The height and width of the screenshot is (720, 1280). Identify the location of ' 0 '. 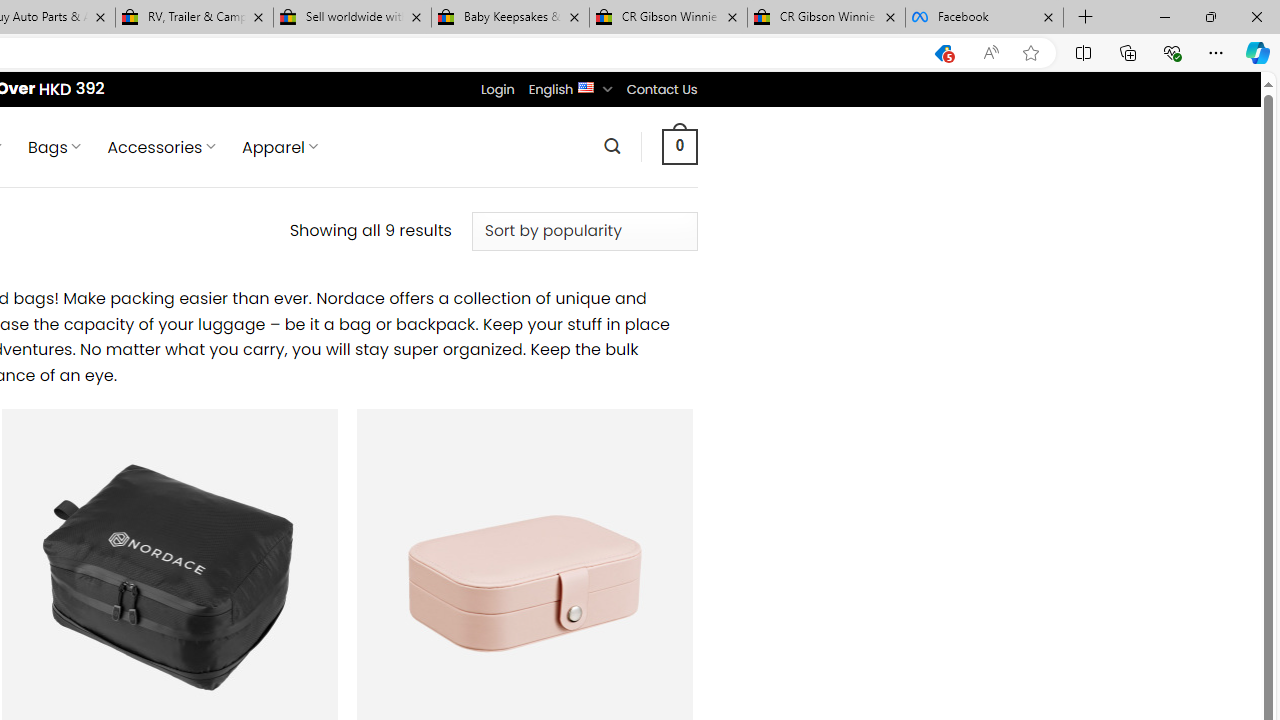
(679, 145).